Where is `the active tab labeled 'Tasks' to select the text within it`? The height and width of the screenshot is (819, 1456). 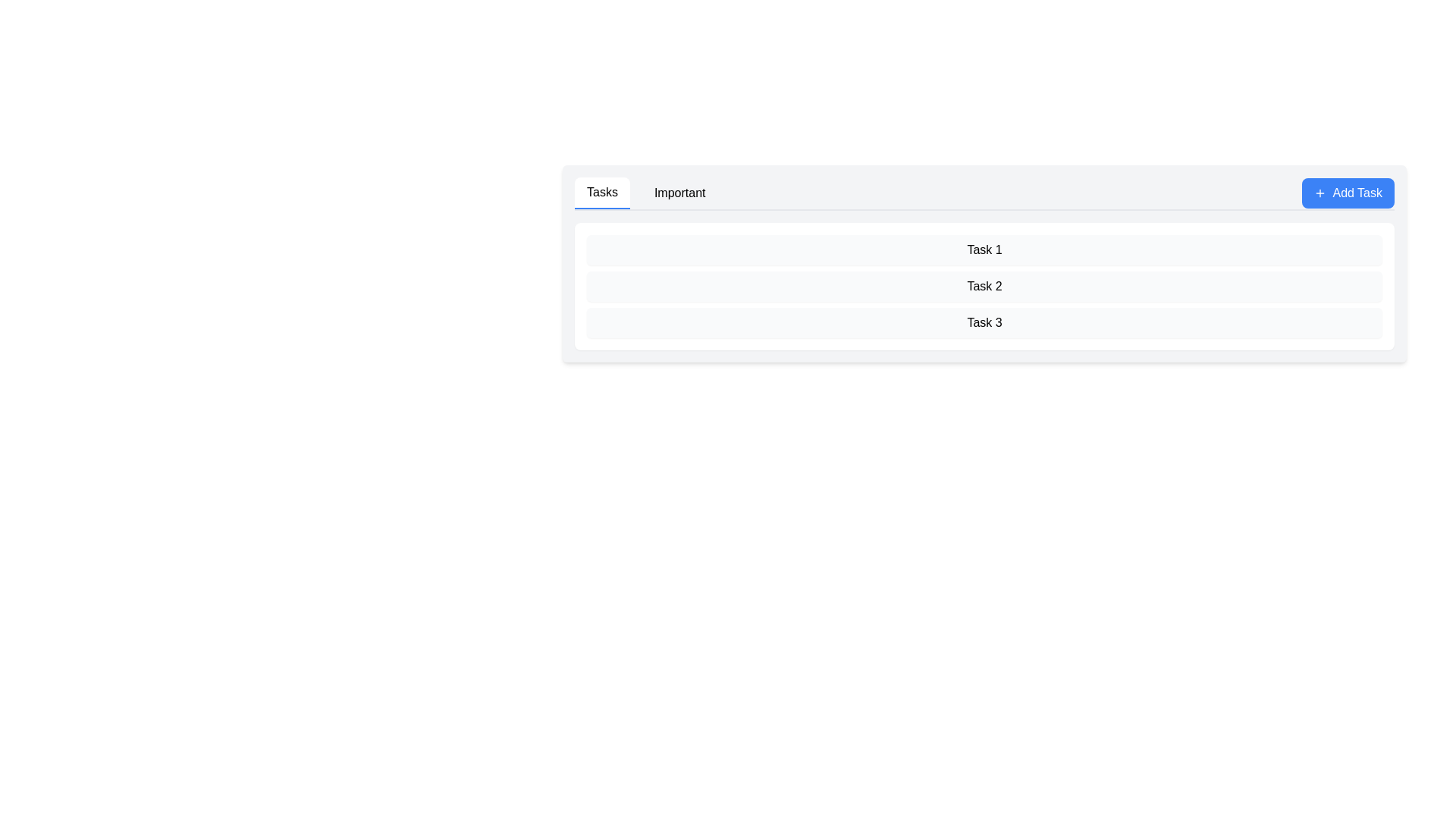 the active tab labeled 'Tasks' to select the text within it is located at coordinates (601, 192).